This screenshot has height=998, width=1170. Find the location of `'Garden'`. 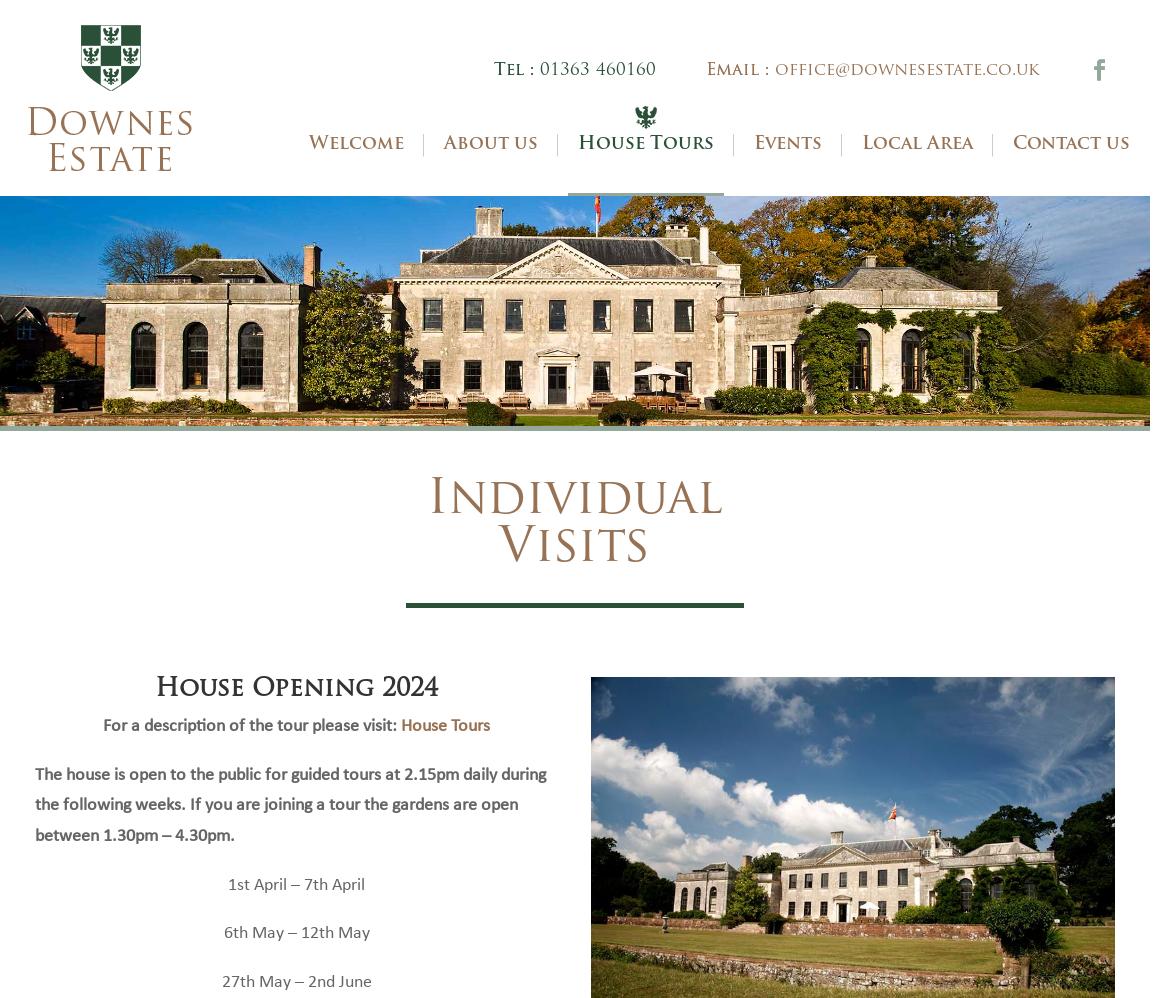

'Garden' is located at coordinates (657, 355).